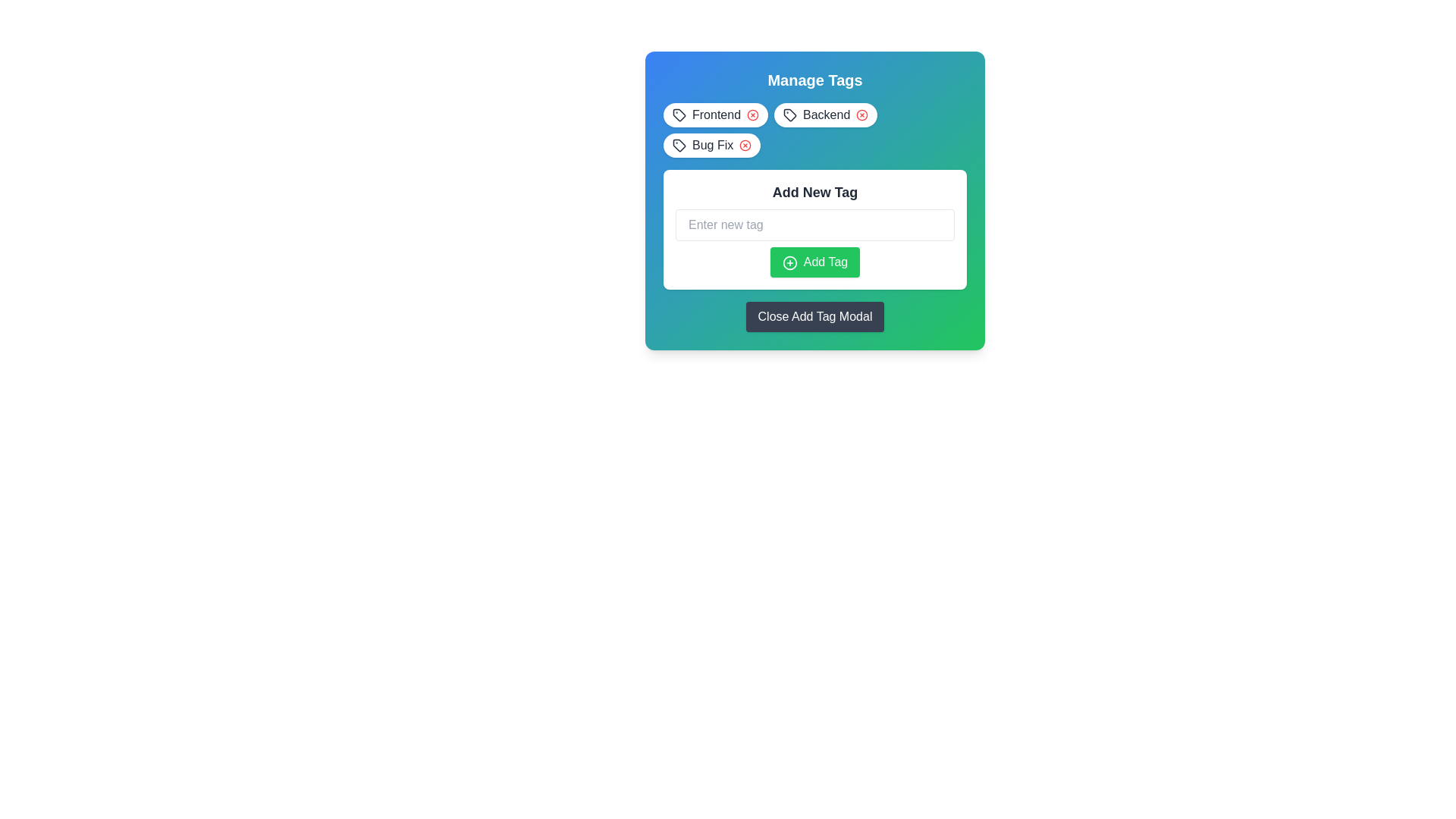 The image size is (1456, 819). Describe the element at coordinates (789, 114) in the screenshot. I see `the icon representing the 'Backend' tag, located to the left of the text 'Backend' within a card titled 'Manage Tags'` at that location.